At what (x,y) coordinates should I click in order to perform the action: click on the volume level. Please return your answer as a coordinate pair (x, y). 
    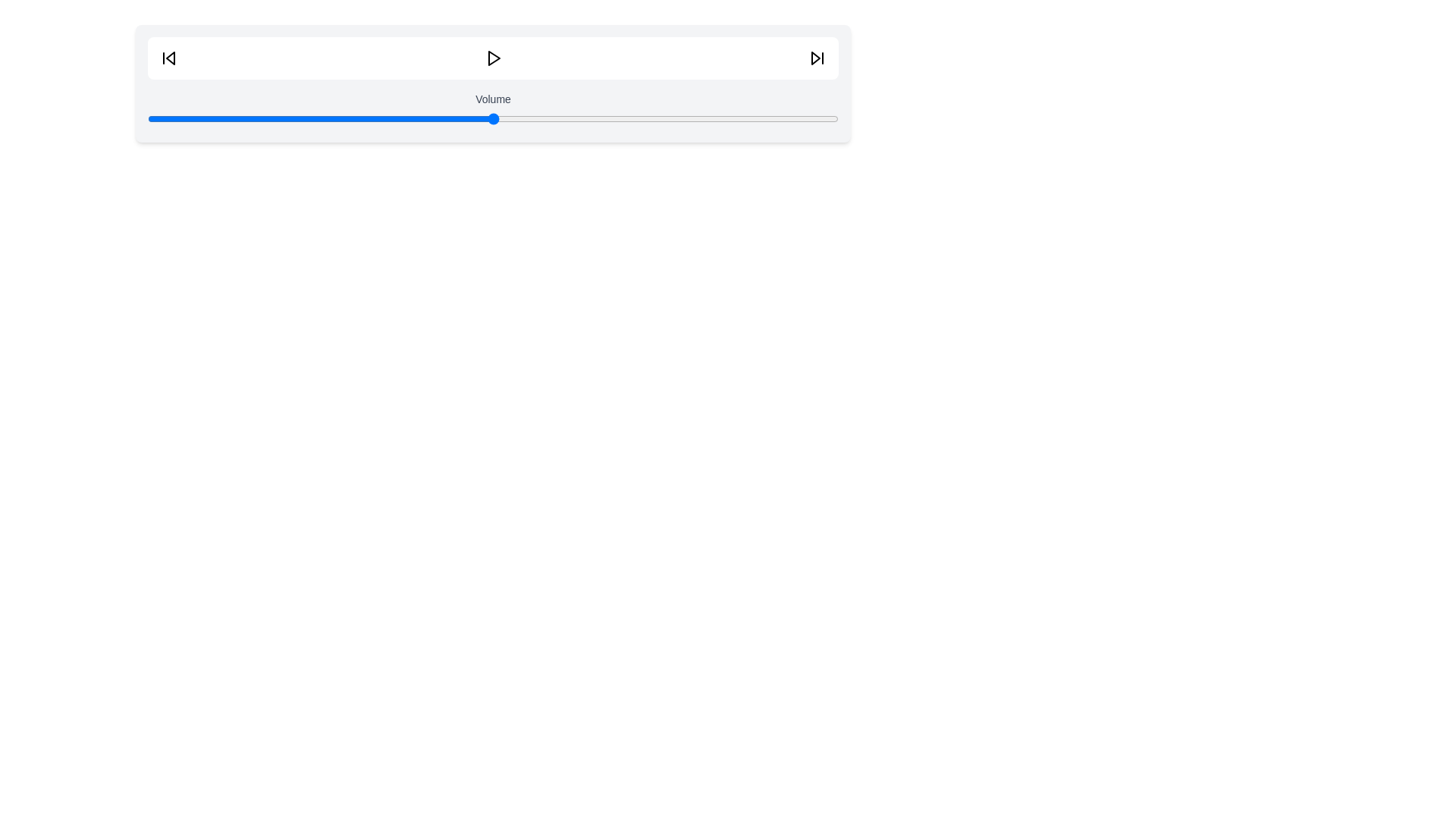
    Looking at the image, I should click on (554, 118).